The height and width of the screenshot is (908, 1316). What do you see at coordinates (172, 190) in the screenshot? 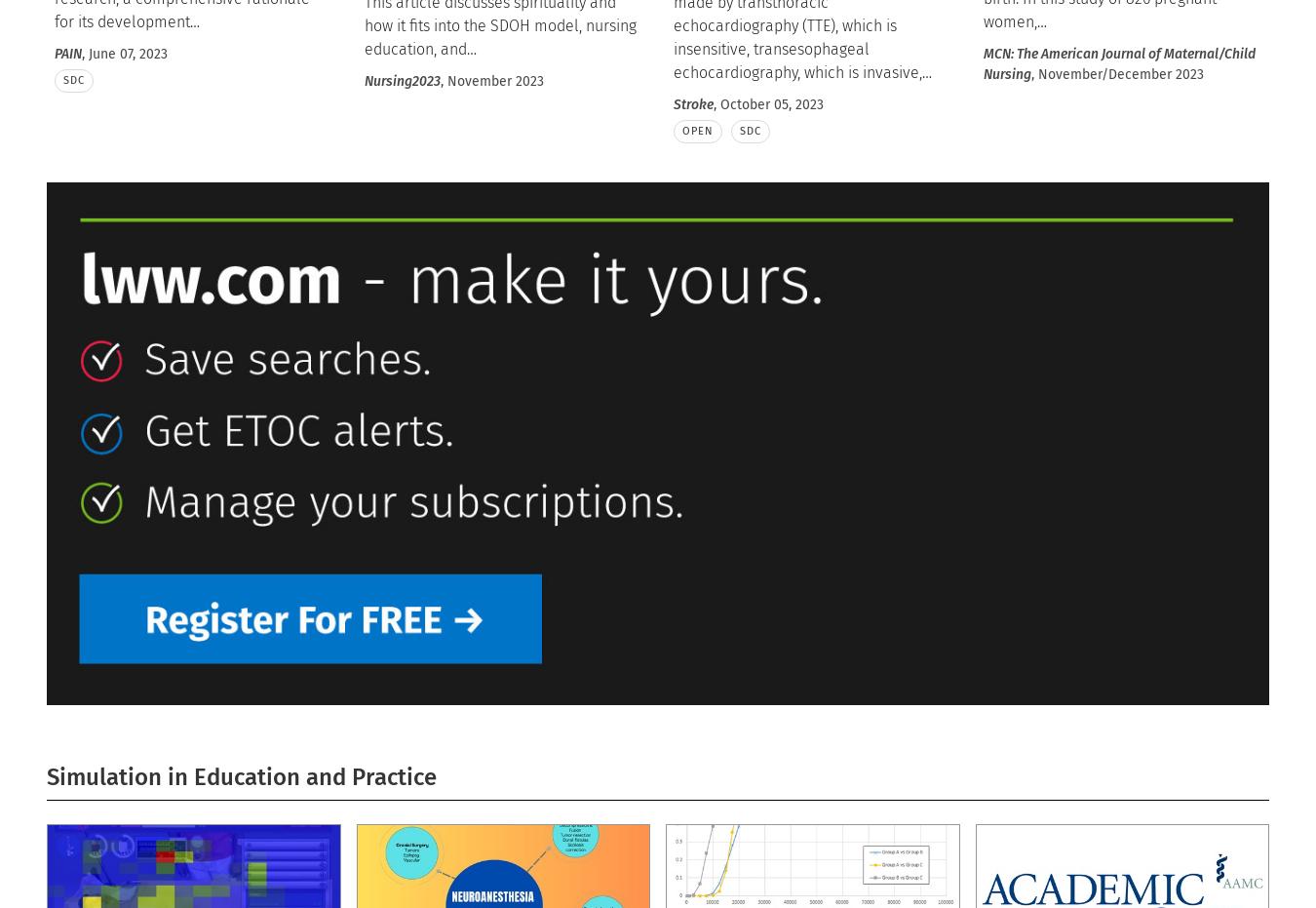
I see `'October 31, 2023'` at bounding box center [172, 190].